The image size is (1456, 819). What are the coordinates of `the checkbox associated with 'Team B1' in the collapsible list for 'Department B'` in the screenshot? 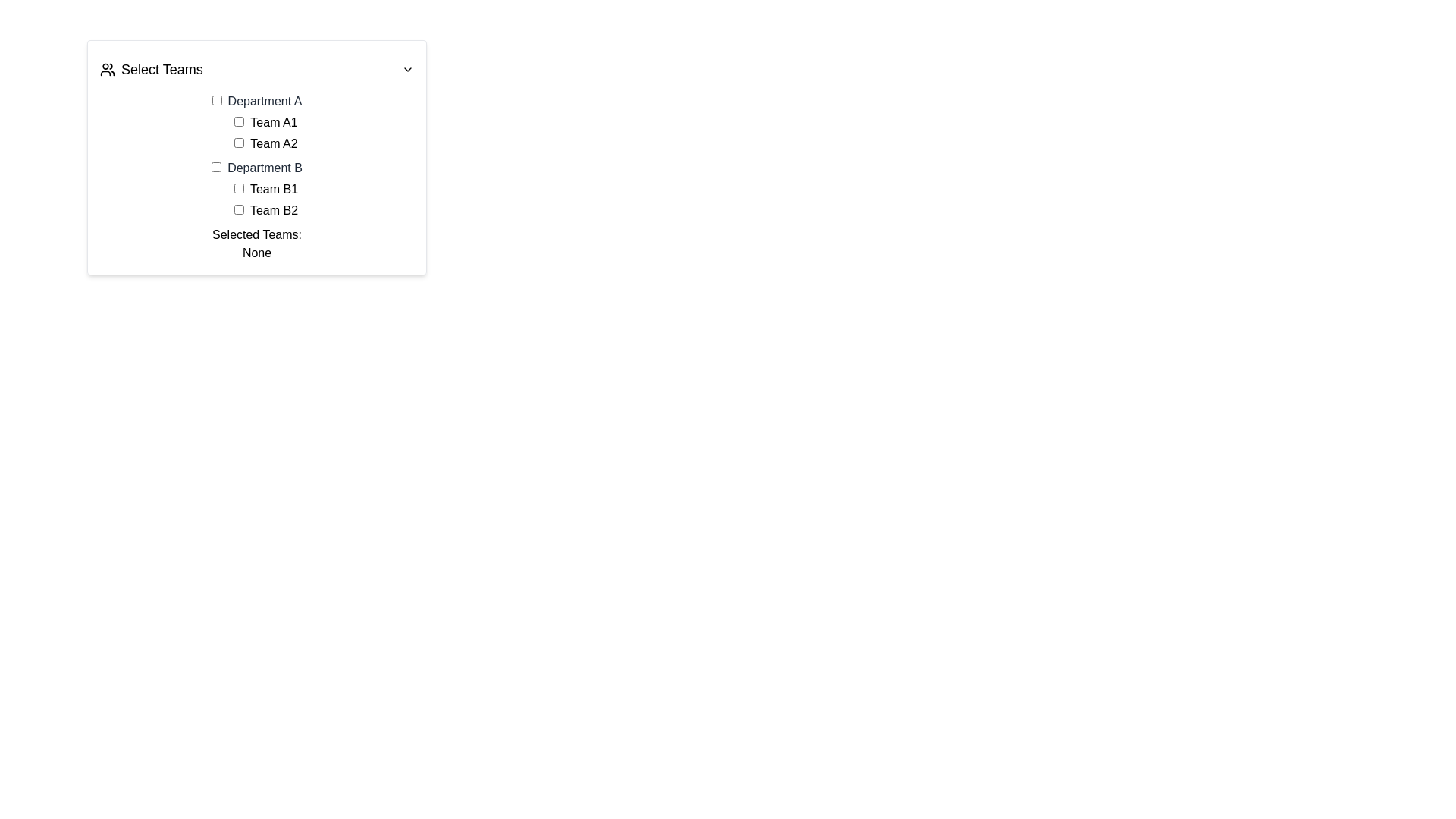 It's located at (257, 189).